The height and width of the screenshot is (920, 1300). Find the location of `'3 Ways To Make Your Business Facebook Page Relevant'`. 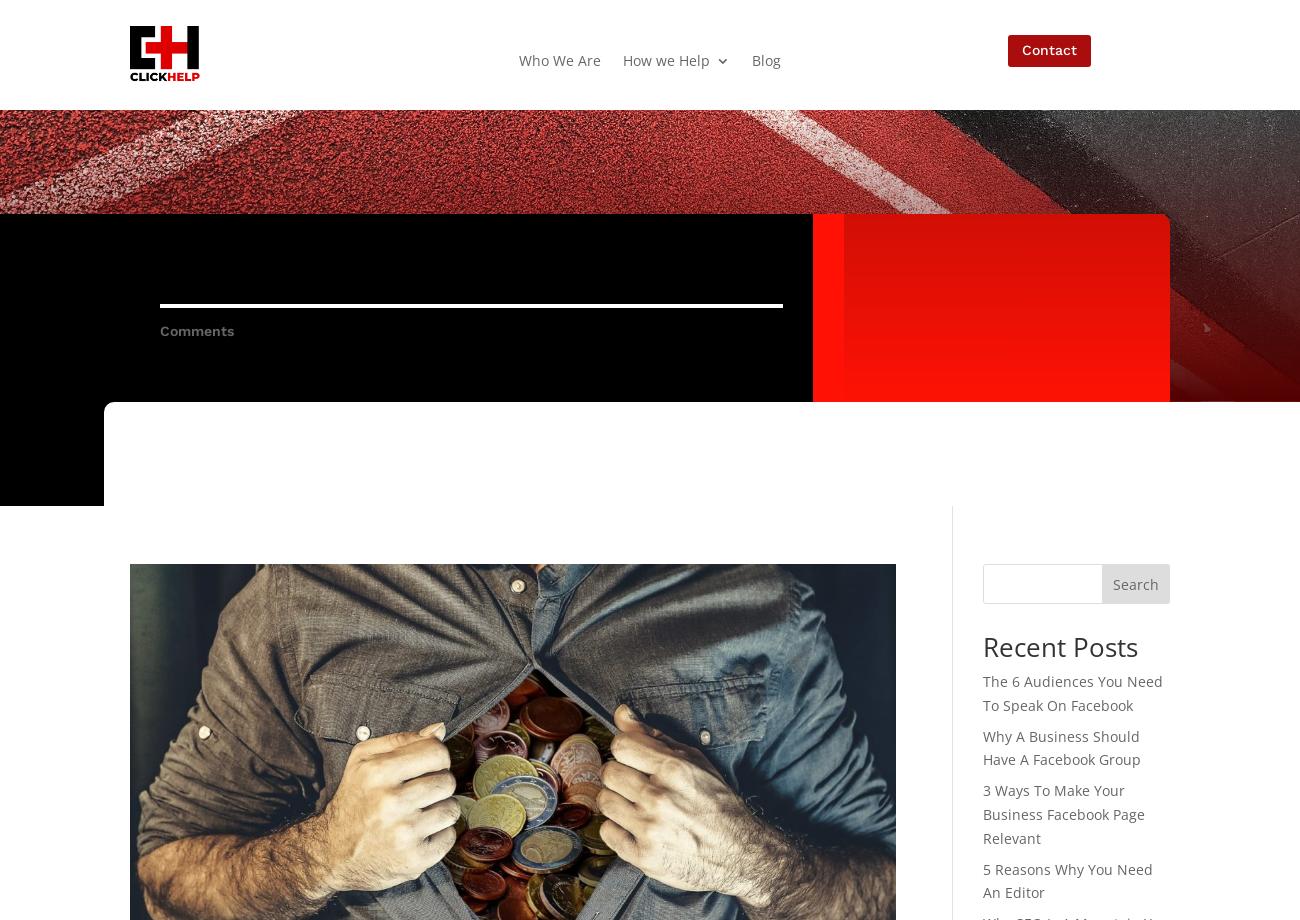

'3 Ways To Make Your Business Facebook Page Relevant' is located at coordinates (1063, 813).